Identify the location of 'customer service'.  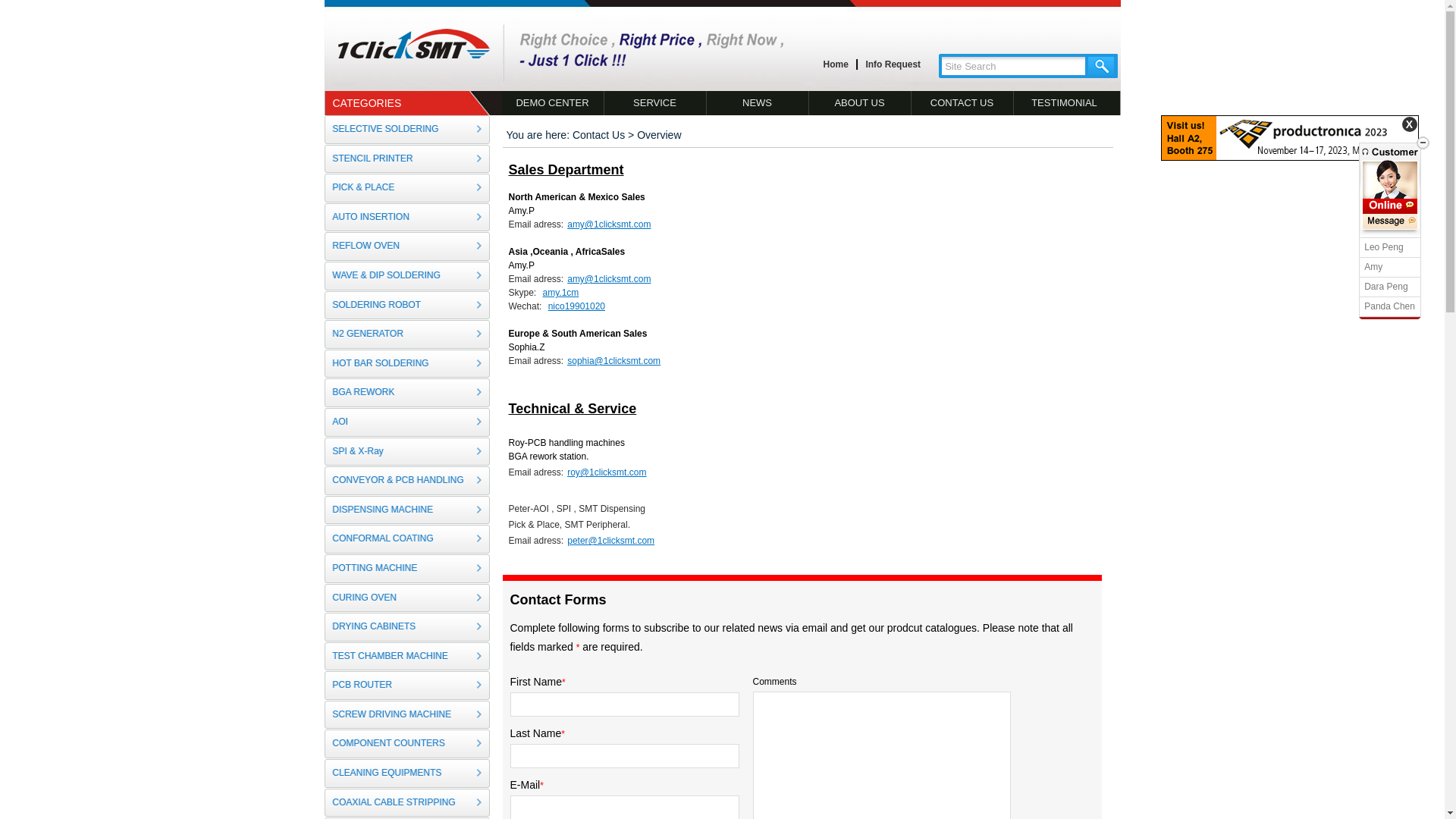
(1390, 206).